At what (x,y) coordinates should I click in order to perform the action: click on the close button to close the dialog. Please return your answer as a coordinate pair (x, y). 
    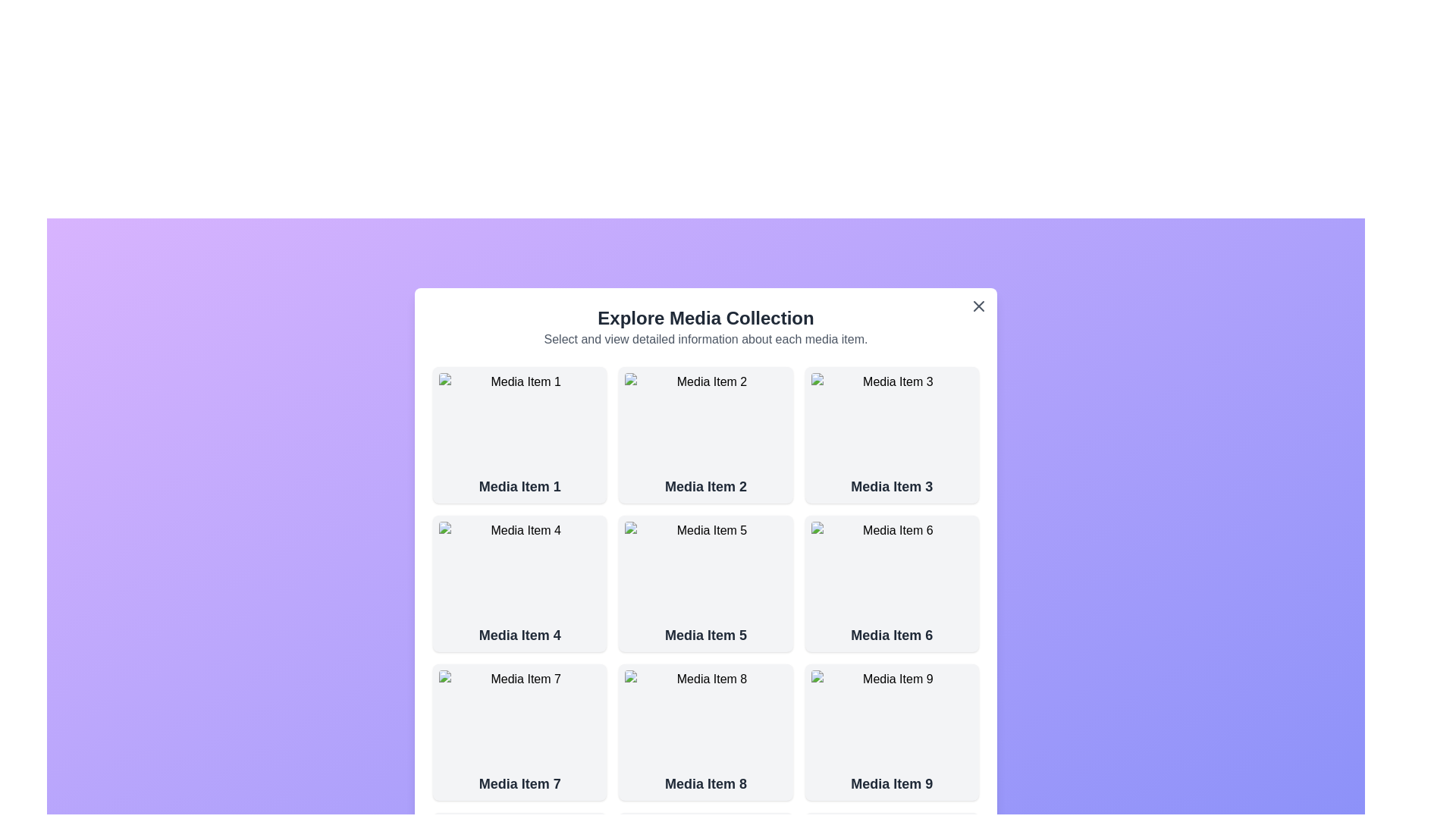
    Looking at the image, I should click on (979, 306).